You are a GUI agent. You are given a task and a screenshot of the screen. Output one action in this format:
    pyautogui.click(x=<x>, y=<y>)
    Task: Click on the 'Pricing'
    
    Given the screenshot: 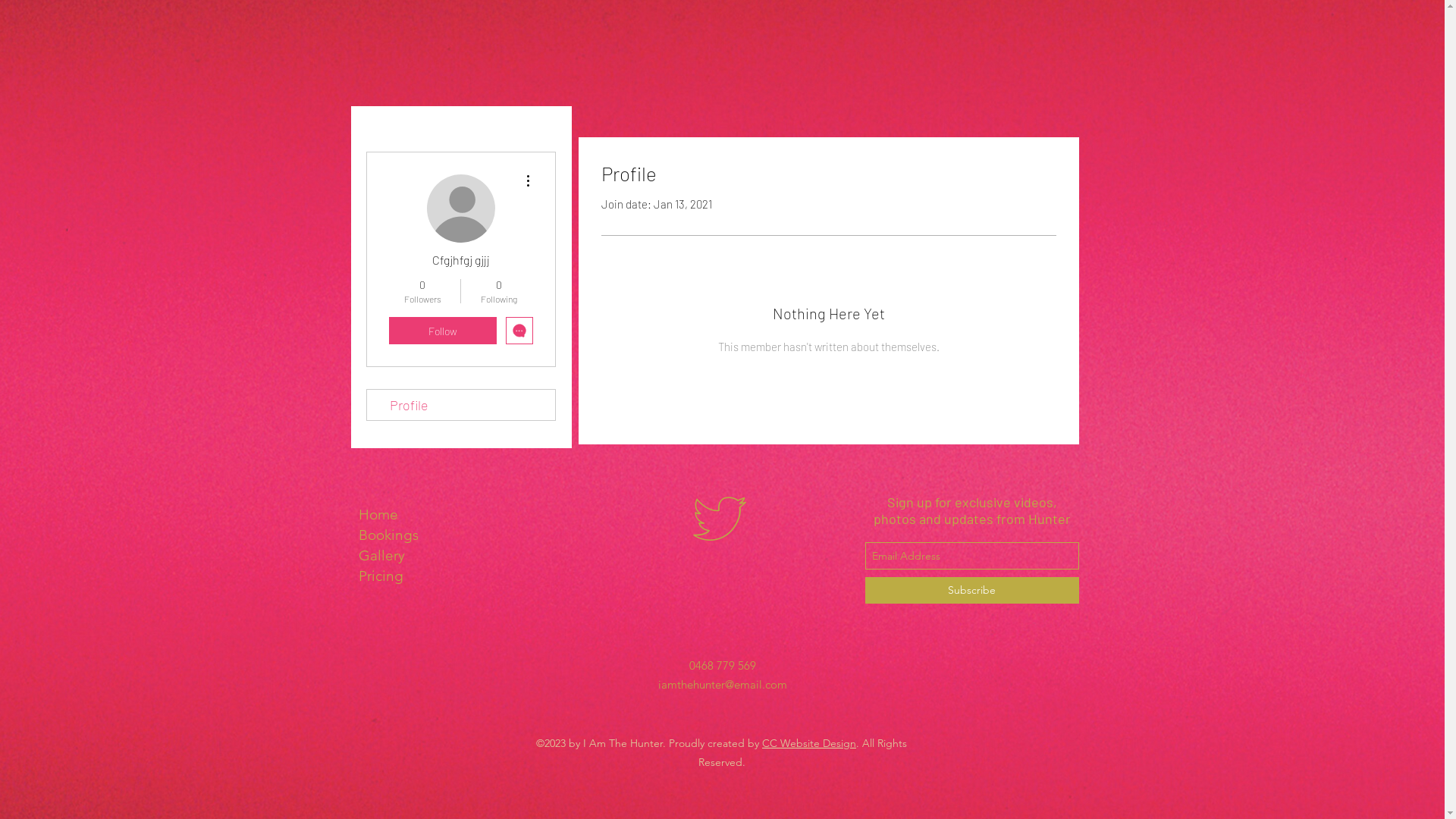 What is the action you would take?
    pyautogui.click(x=425, y=576)
    